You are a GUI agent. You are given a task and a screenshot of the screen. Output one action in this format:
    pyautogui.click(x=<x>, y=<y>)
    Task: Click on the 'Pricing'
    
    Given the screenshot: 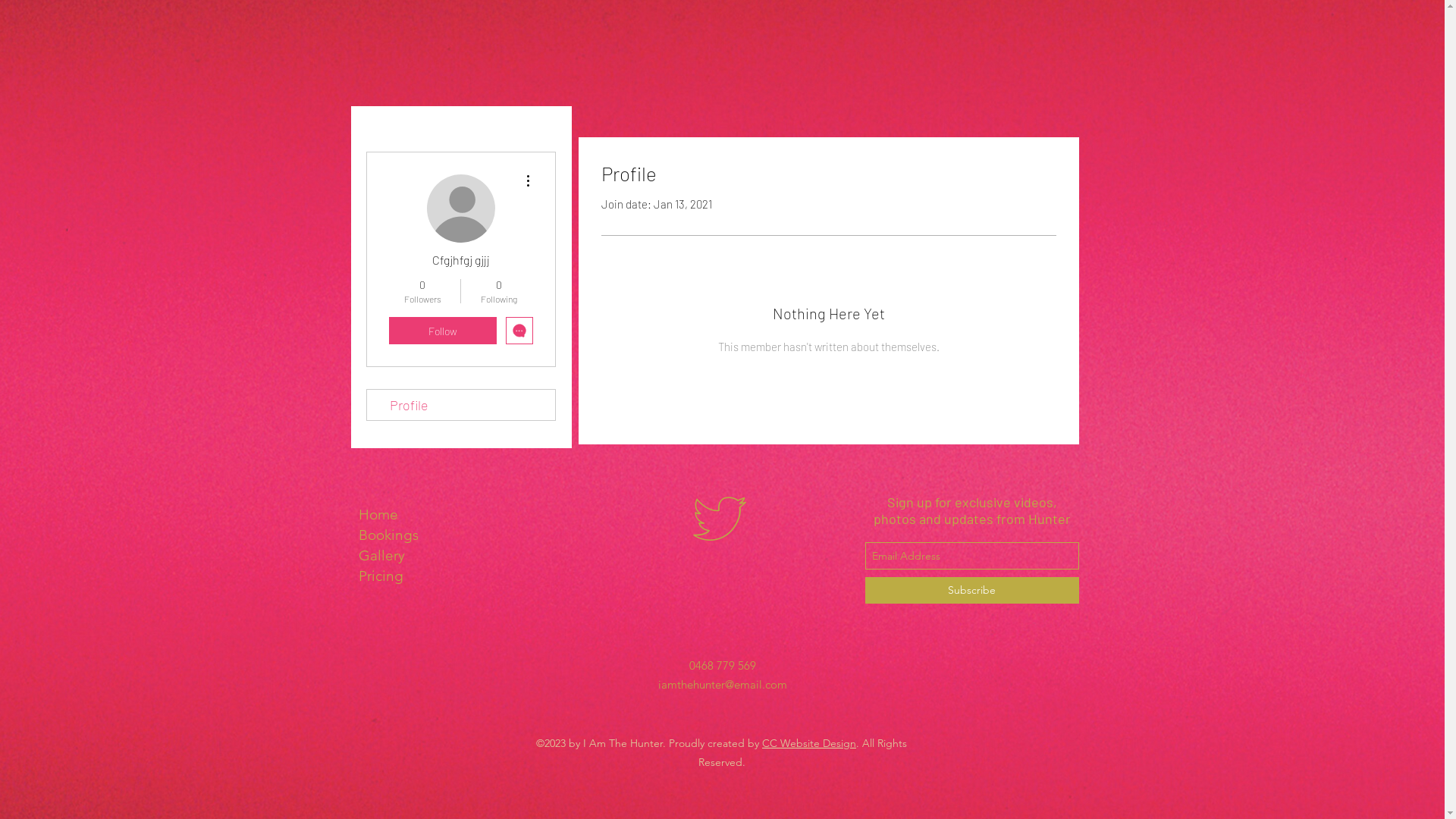 What is the action you would take?
    pyautogui.click(x=425, y=576)
    